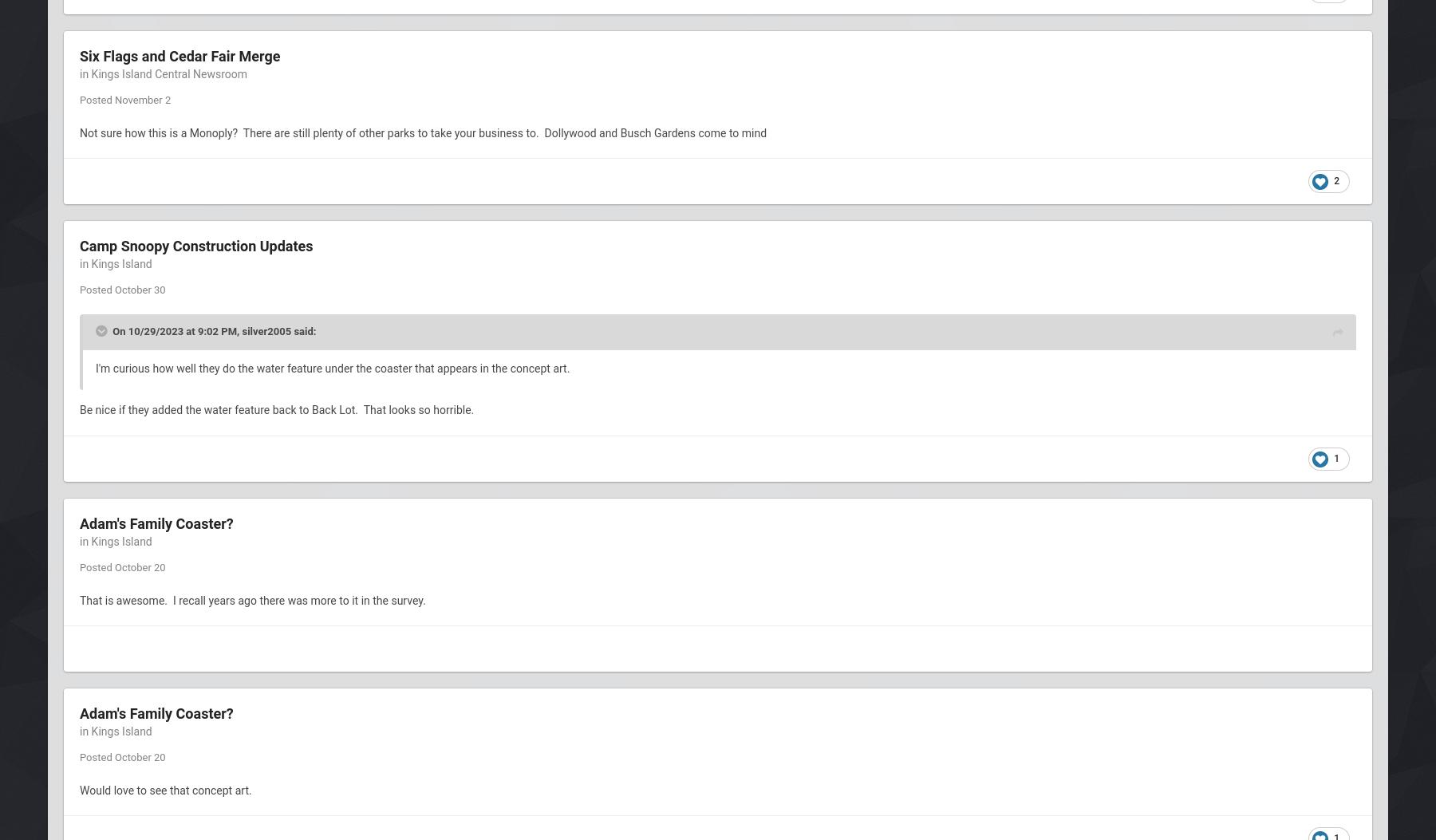  What do you see at coordinates (266, 331) in the screenshot?
I see `'silver2005'` at bounding box center [266, 331].